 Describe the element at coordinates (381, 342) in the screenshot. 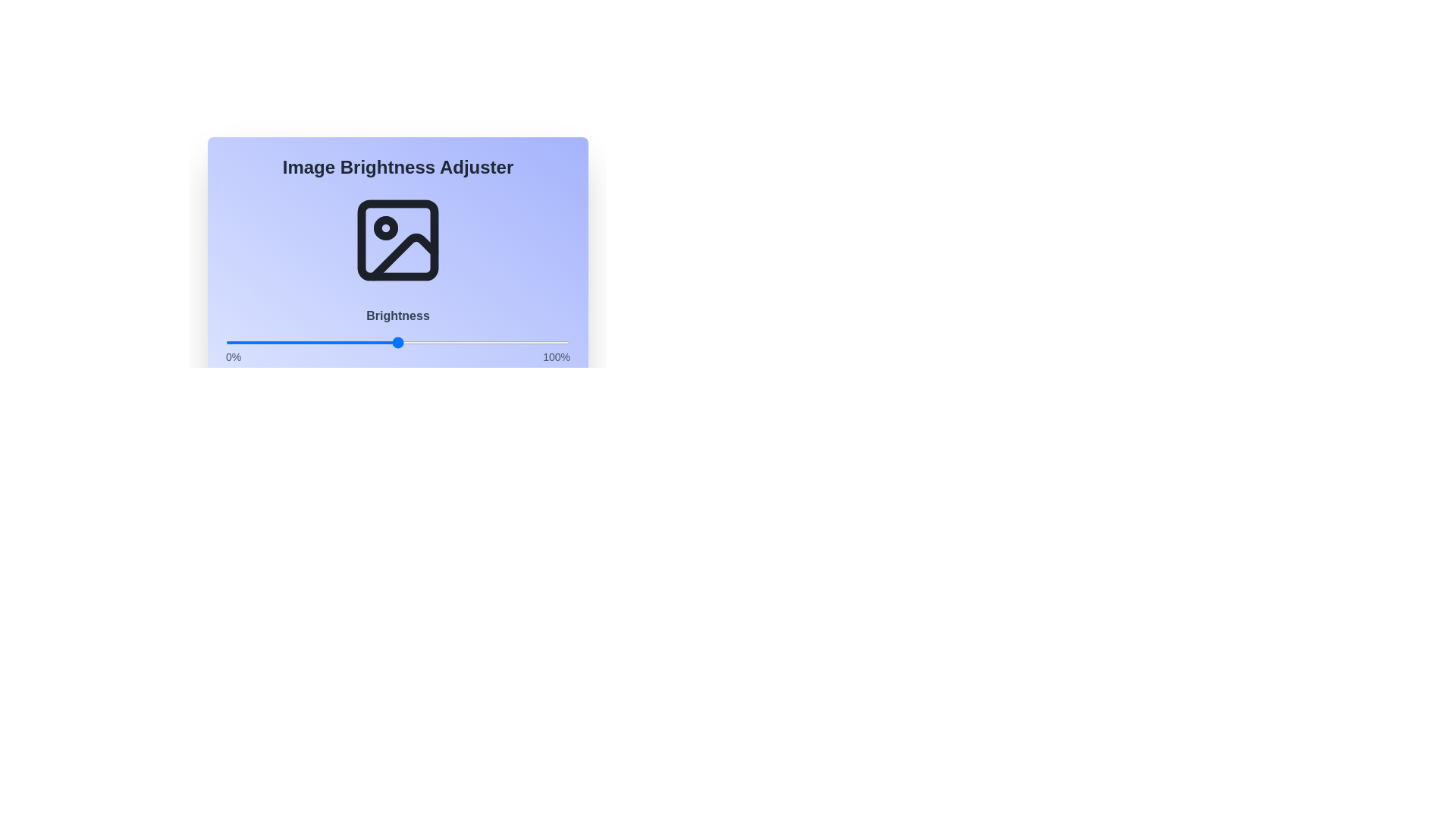

I see `the brightness to 45% using the slider` at that location.